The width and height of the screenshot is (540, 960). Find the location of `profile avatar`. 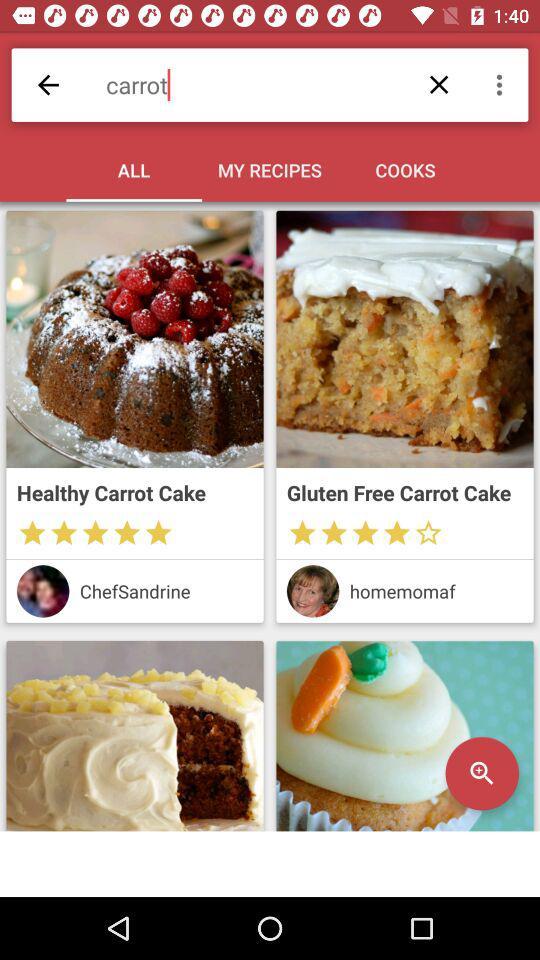

profile avatar is located at coordinates (313, 591).